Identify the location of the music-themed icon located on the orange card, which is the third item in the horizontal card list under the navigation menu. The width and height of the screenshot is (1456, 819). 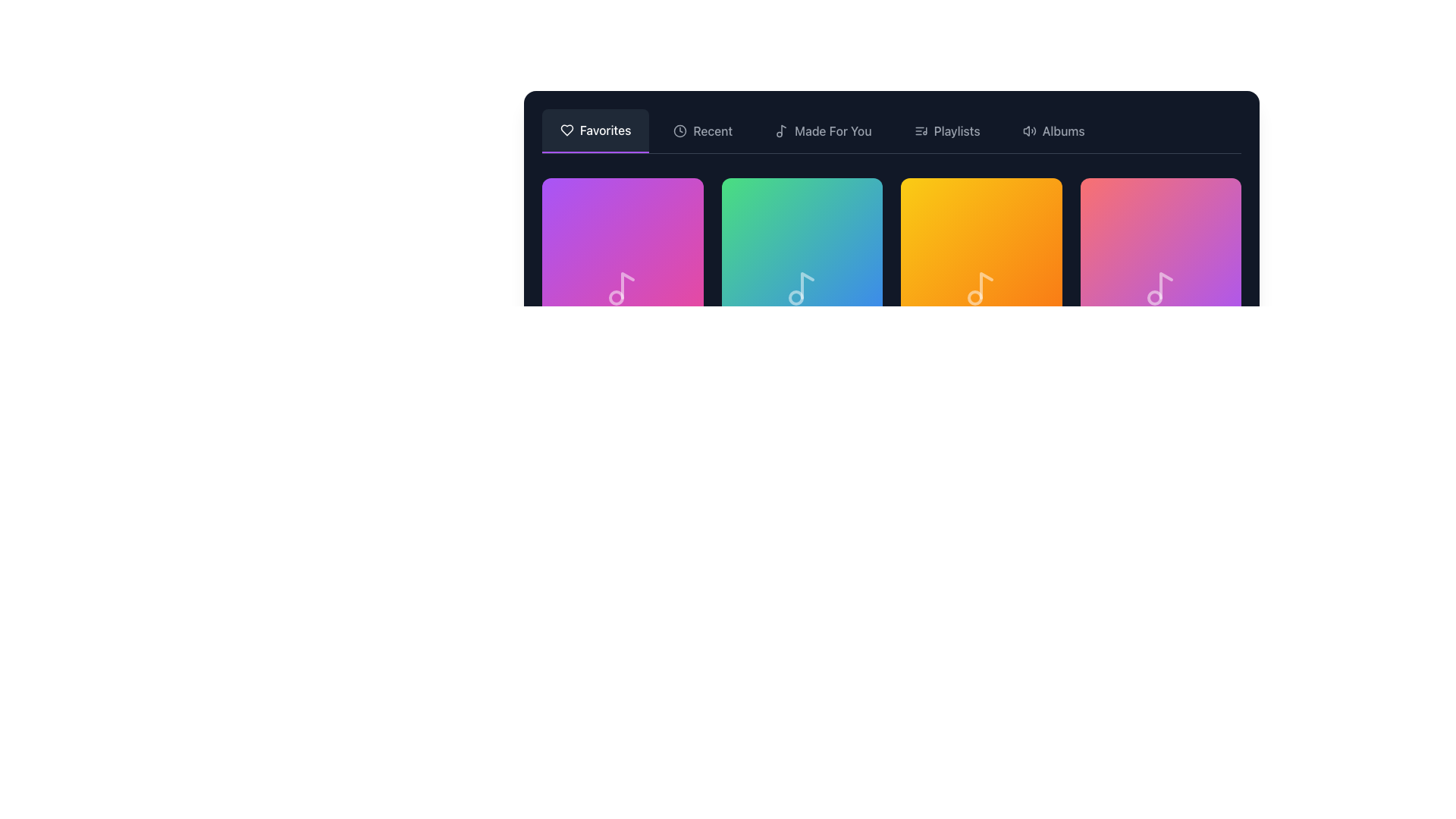
(981, 289).